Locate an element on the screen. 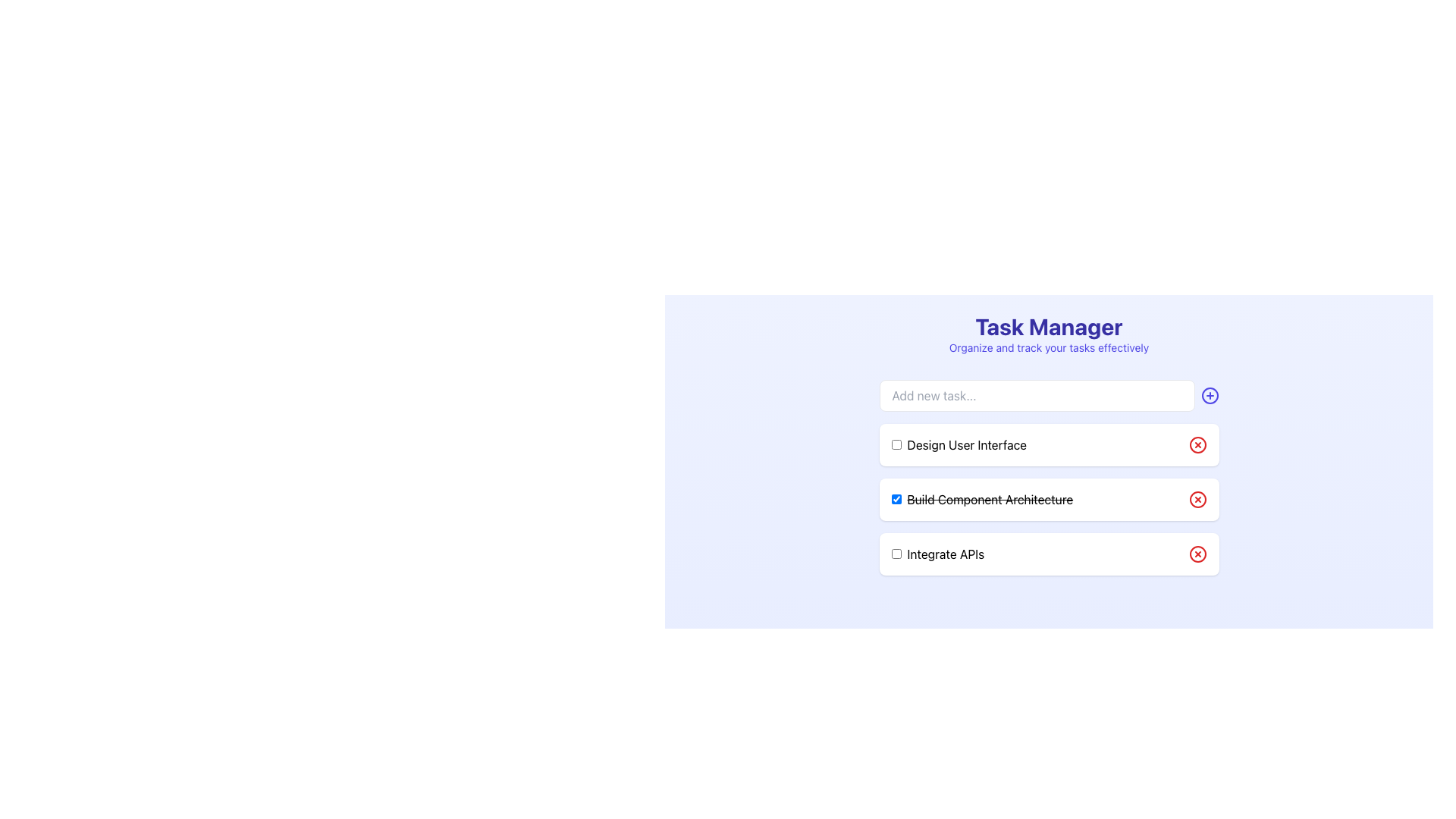 This screenshot has width=1456, height=819. the text label displaying 'Integrate APIs', which is positioned to the right of a checkbox in a task manager interface is located at coordinates (937, 554).